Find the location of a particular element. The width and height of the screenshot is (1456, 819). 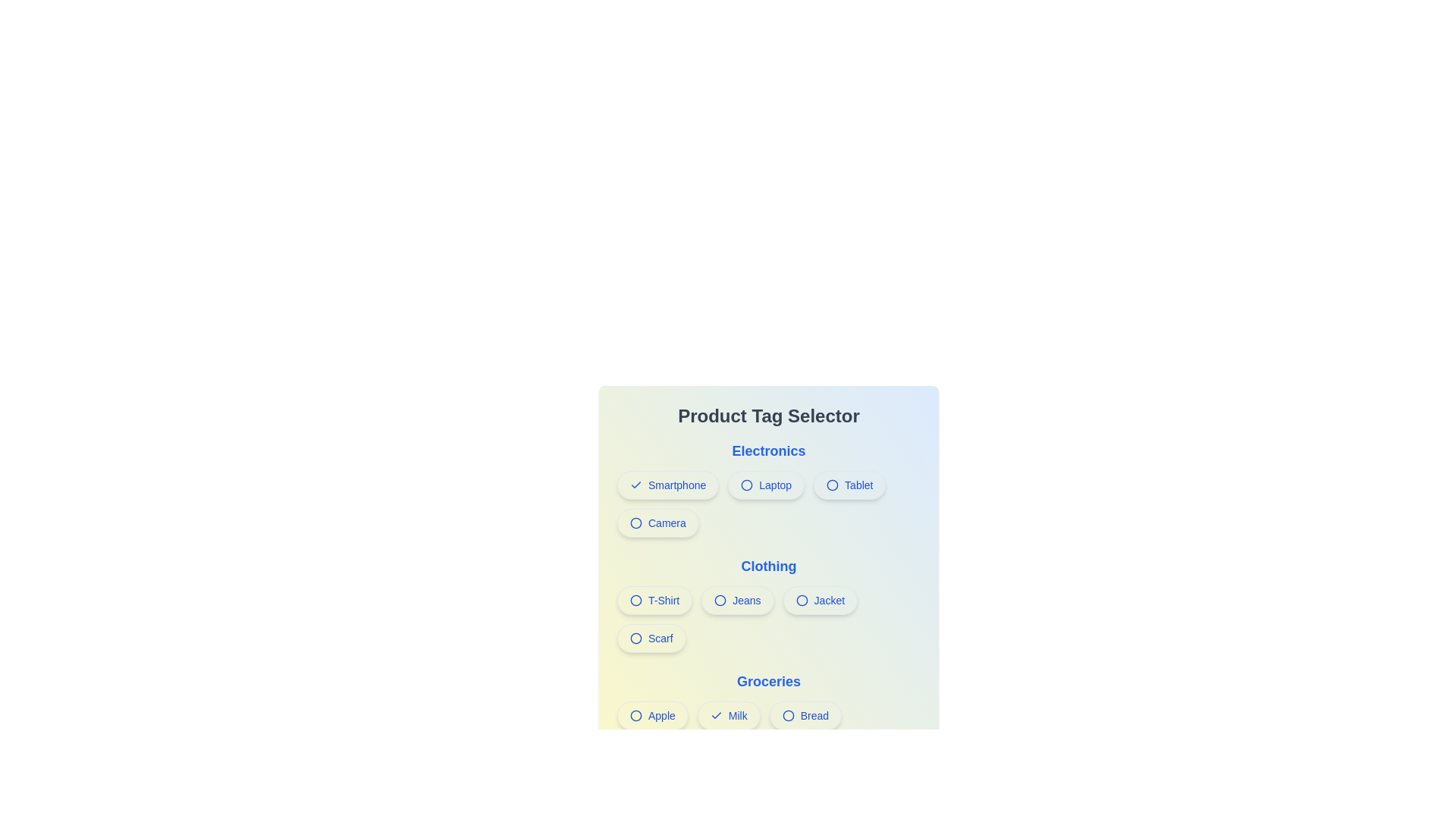

the checkmark icon indicating the selected state for the 'Milk' button located in the 'Groceries' section of the interface is located at coordinates (715, 716).